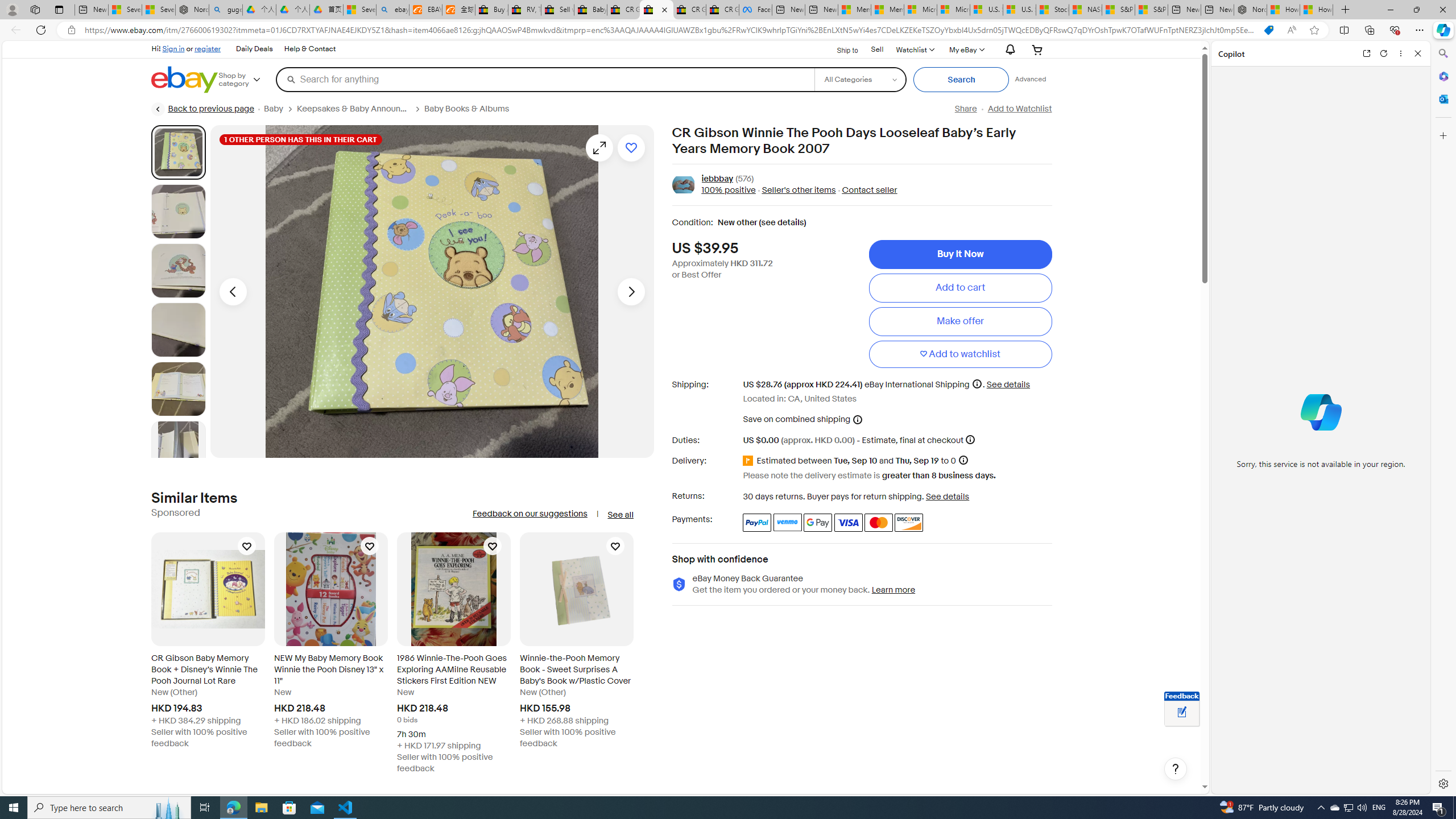  Describe the element at coordinates (1175, 768) in the screenshot. I see `'Help, opens dialogs'` at that location.